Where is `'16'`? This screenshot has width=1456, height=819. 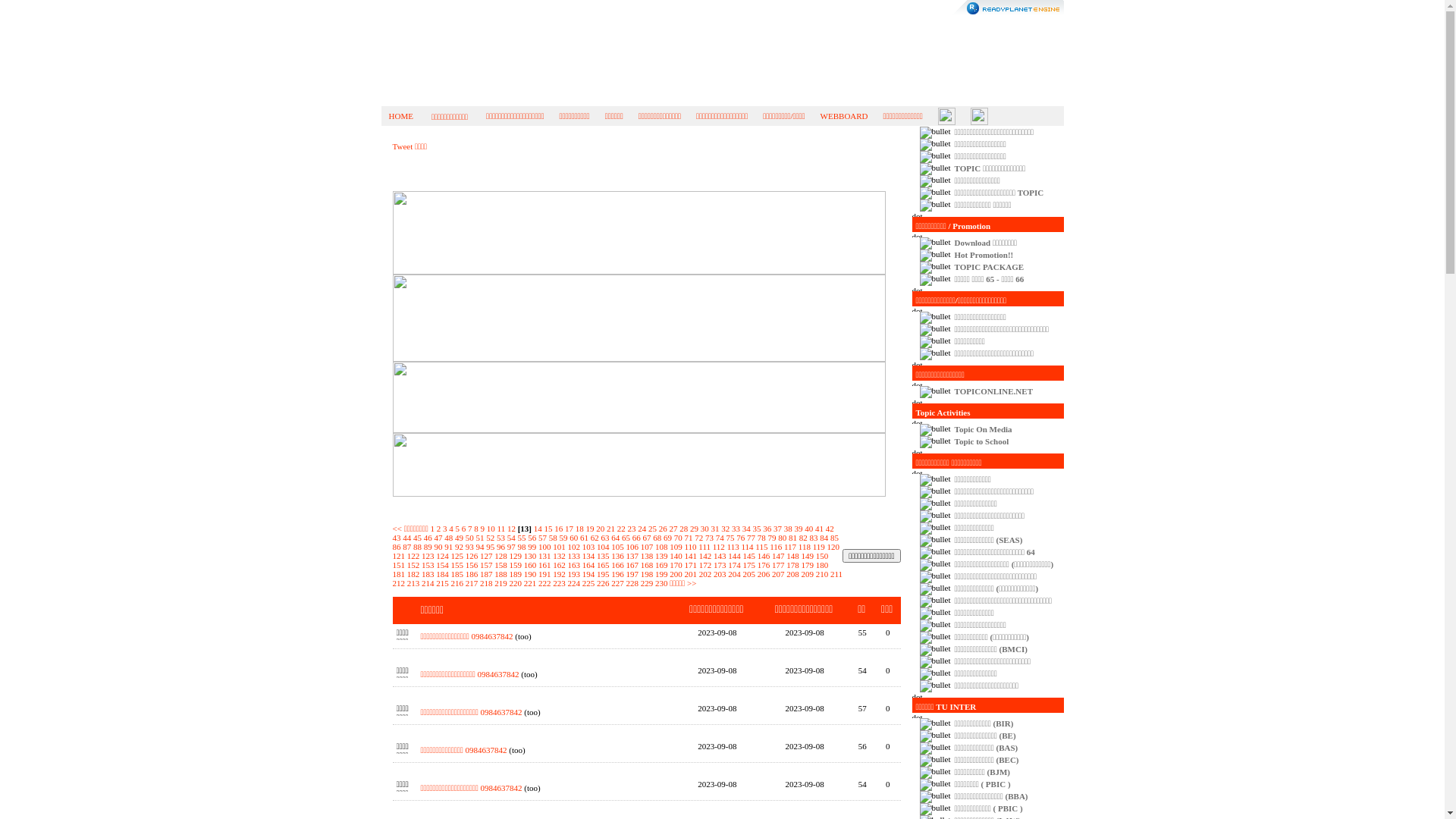 '16' is located at coordinates (557, 528).